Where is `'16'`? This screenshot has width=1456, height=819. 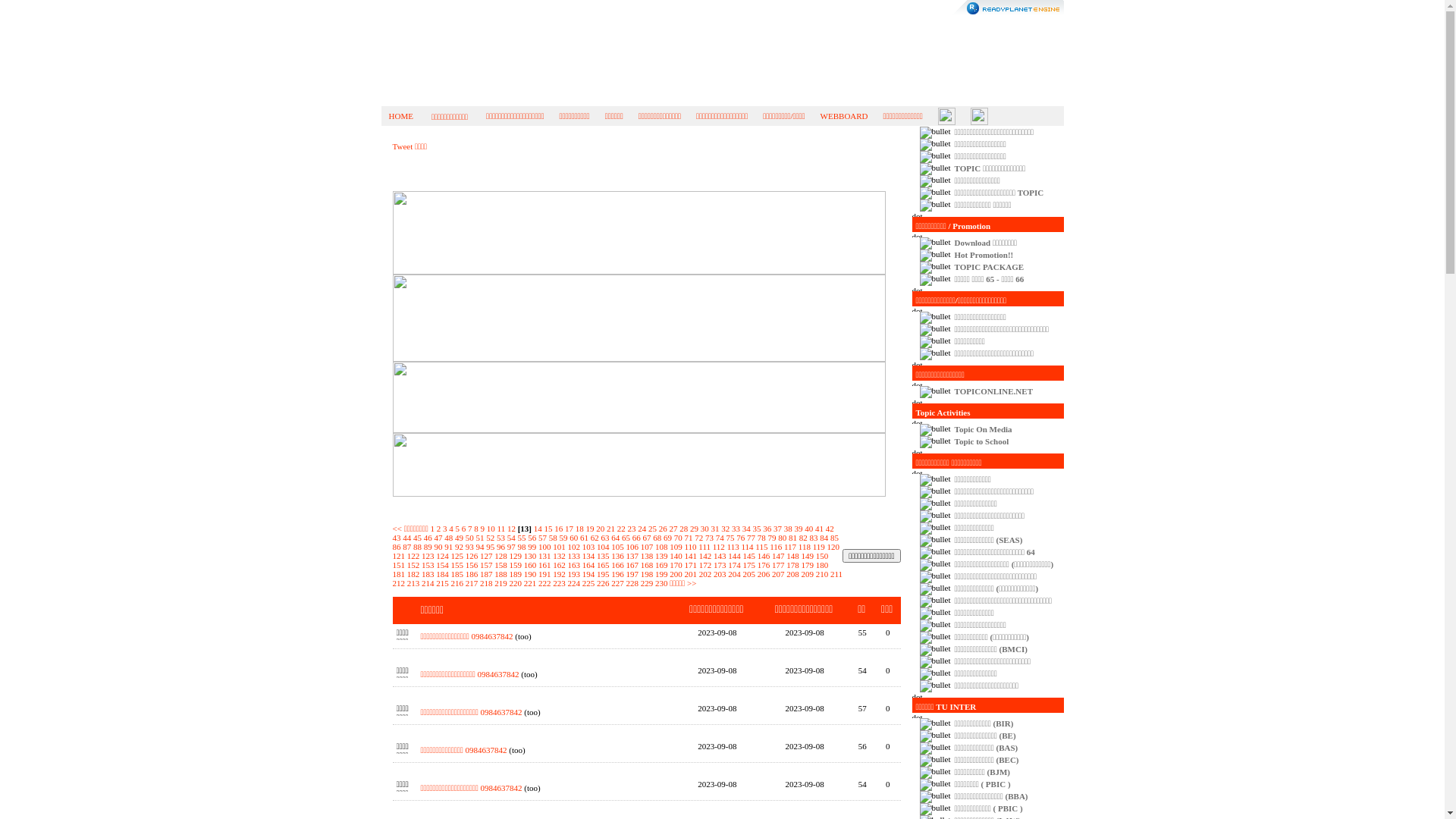 '16' is located at coordinates (557, 528).